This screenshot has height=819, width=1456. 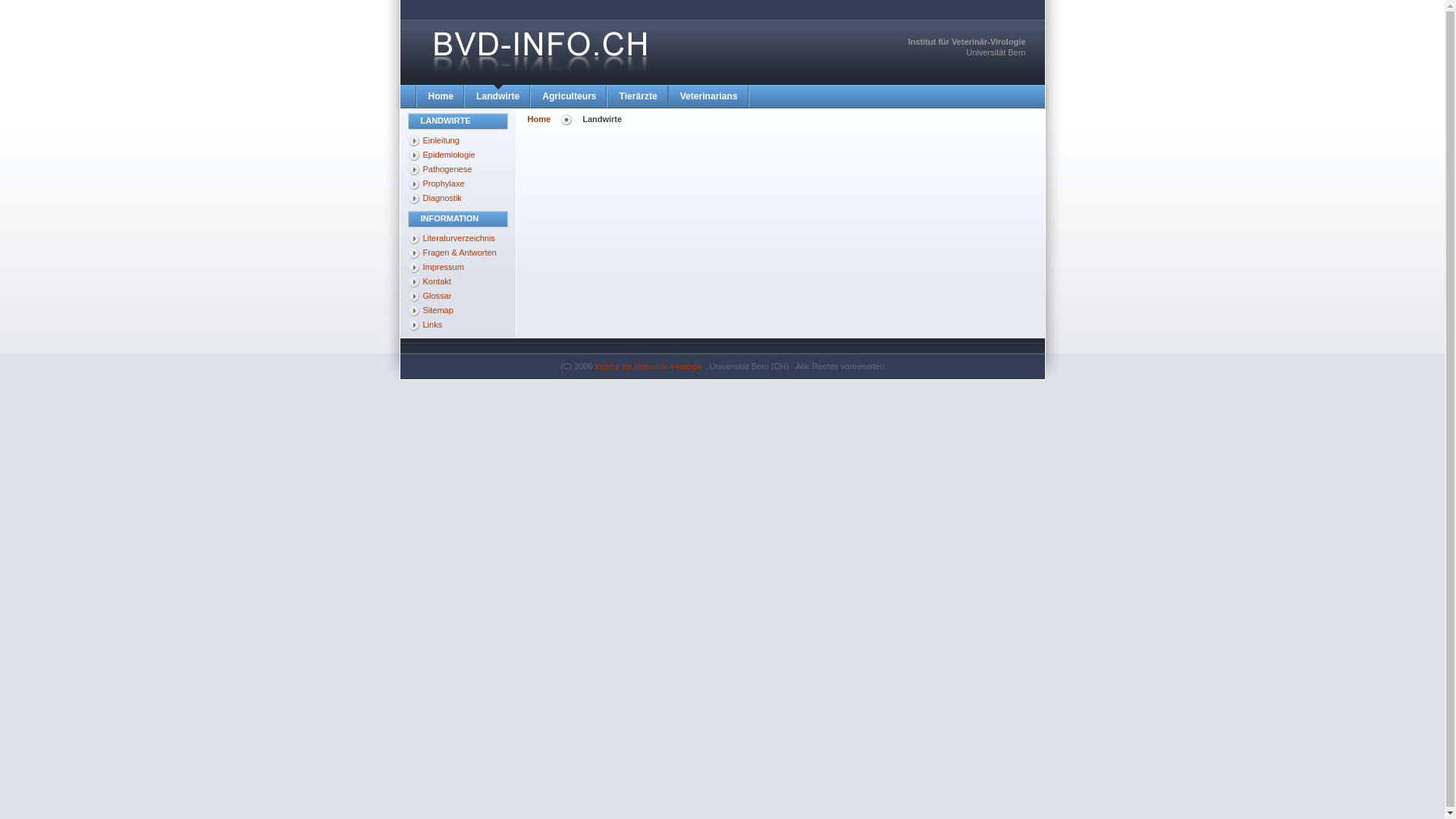 I want to click on 'Landwirte', so click(x=497, y=96).